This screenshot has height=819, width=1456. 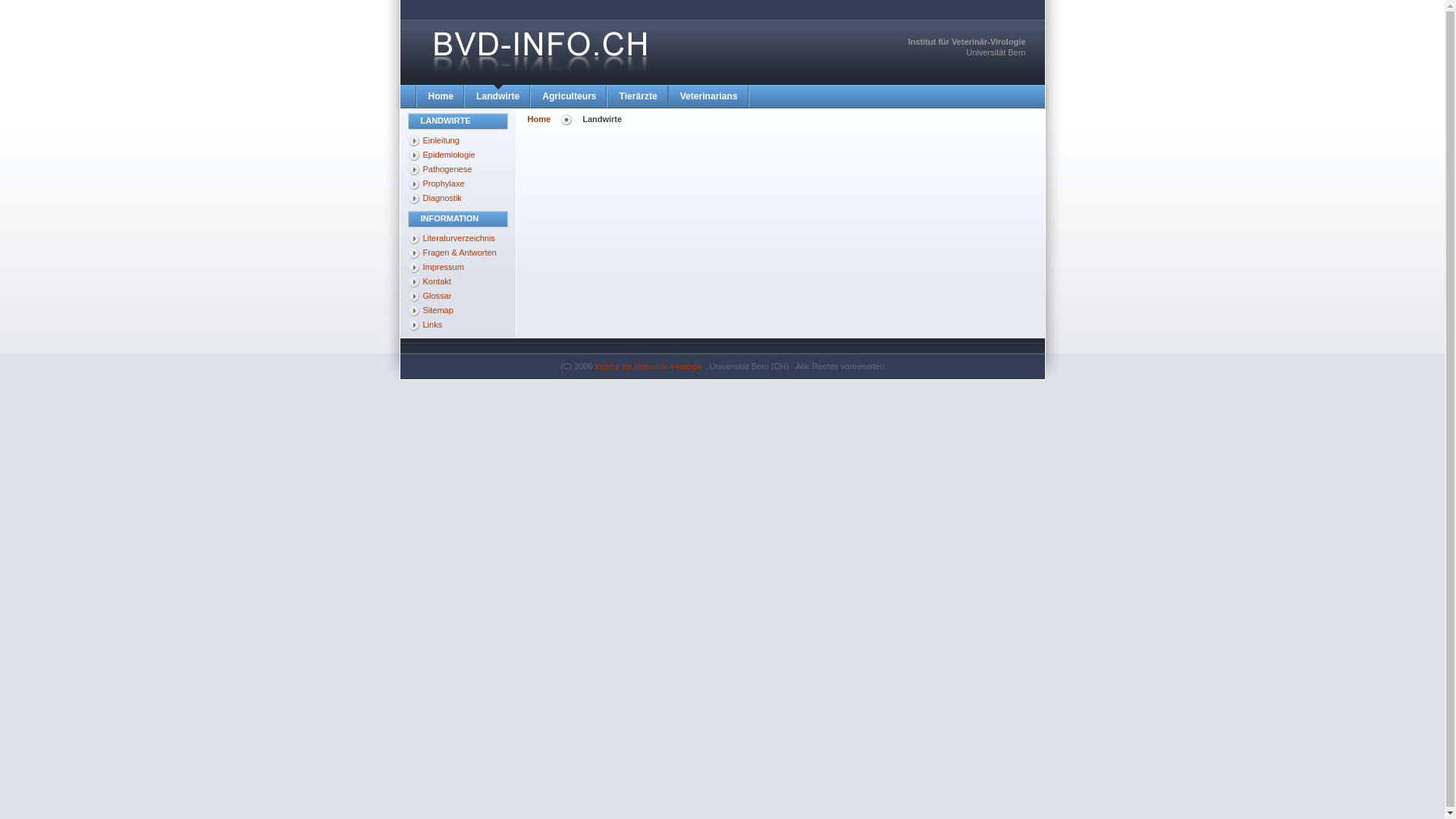 I want to click on 'Landwirte', so click(x=497, y=96).